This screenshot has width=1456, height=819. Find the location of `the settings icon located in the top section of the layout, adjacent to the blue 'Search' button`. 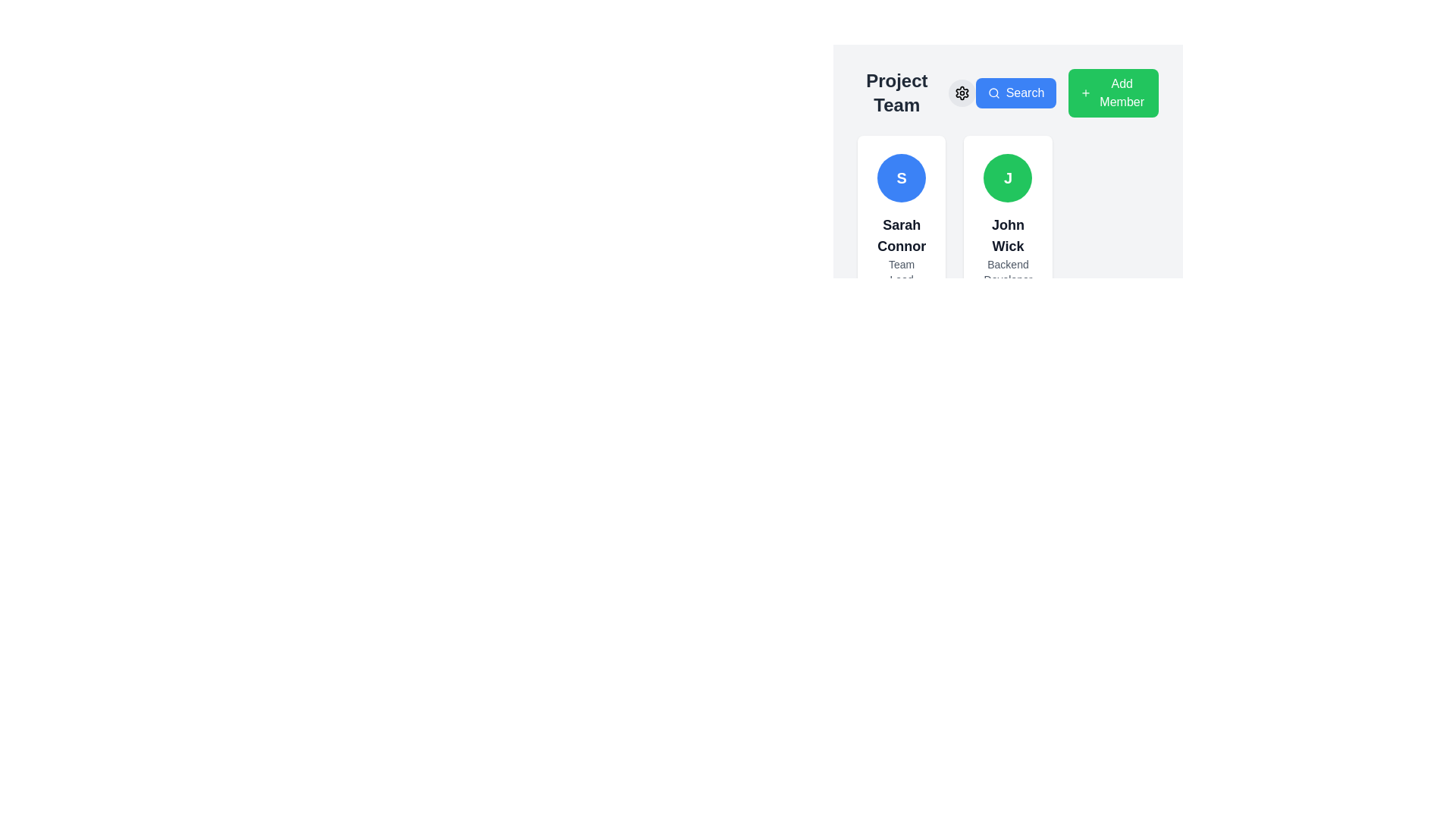

the settings icon located in the top section of the layout, adjacent to the blue 'Search' button is located at coordinates (961, 93).